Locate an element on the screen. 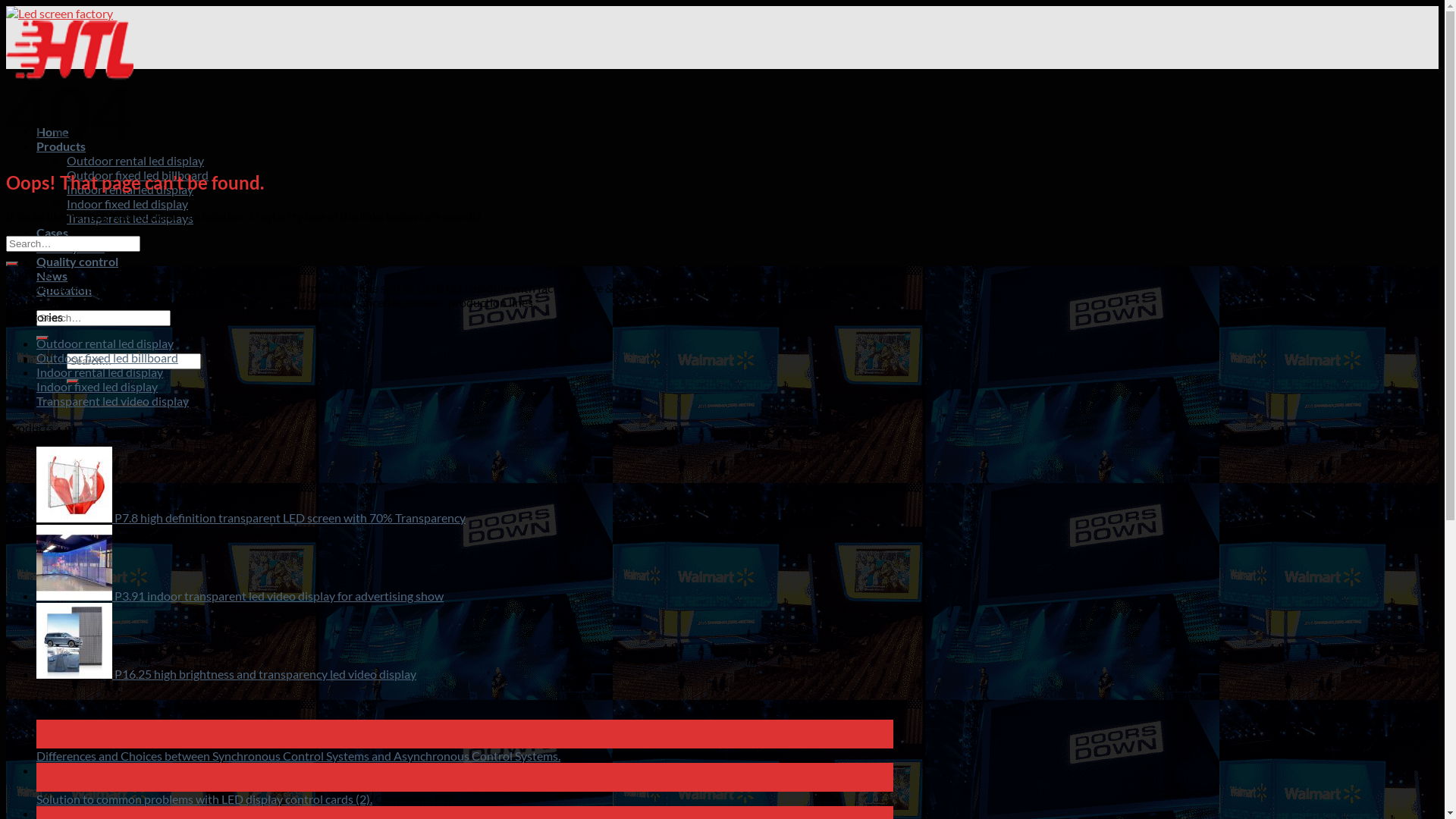 The image size is (1456, 819). 'Products' is located at coordinates (61, 146).